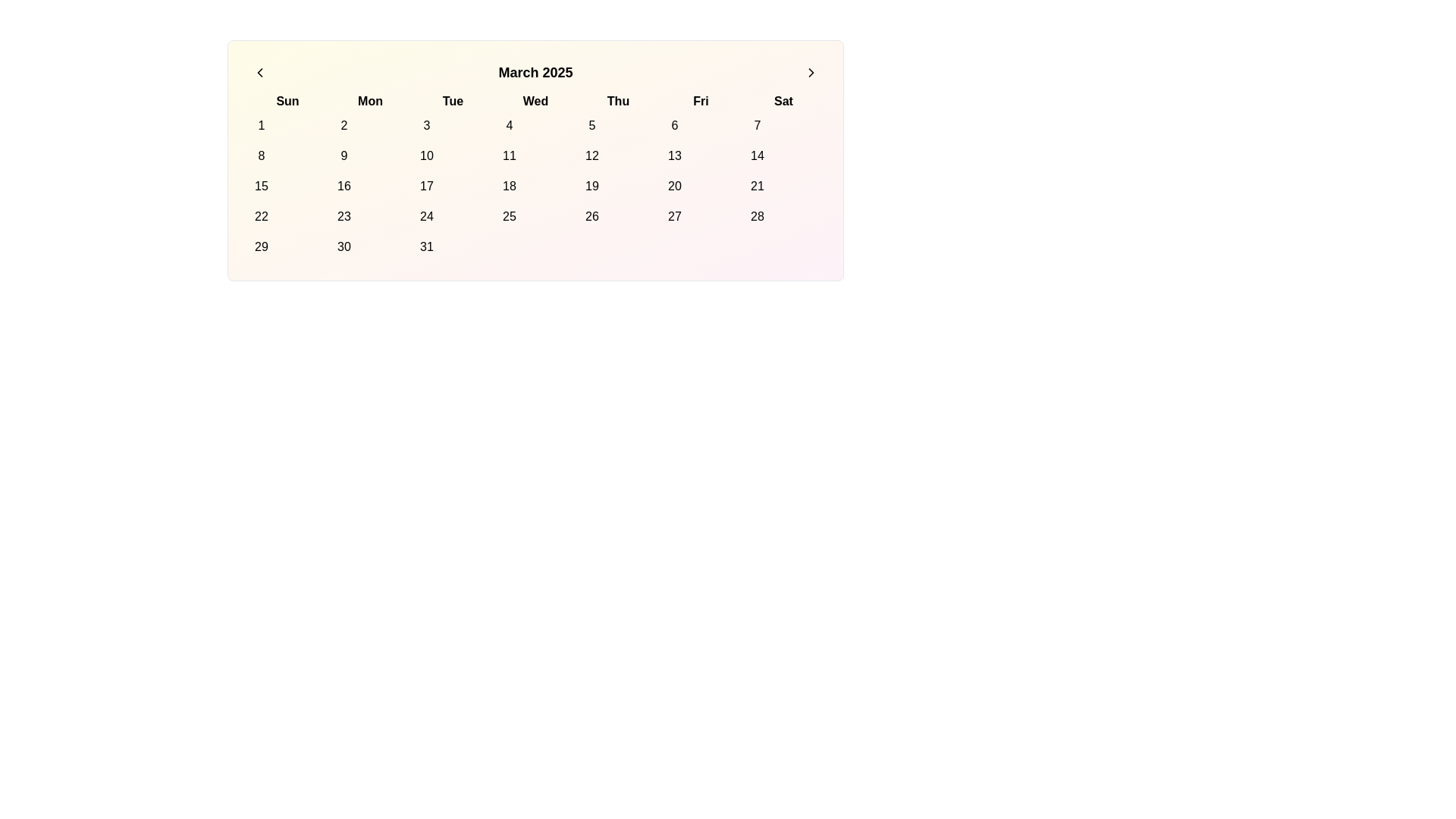  Describe the element at coordinates (344, 155) in the screenshot. I see `the circular button labeled '9' in the second row and third column of the calendar layout` at that location.